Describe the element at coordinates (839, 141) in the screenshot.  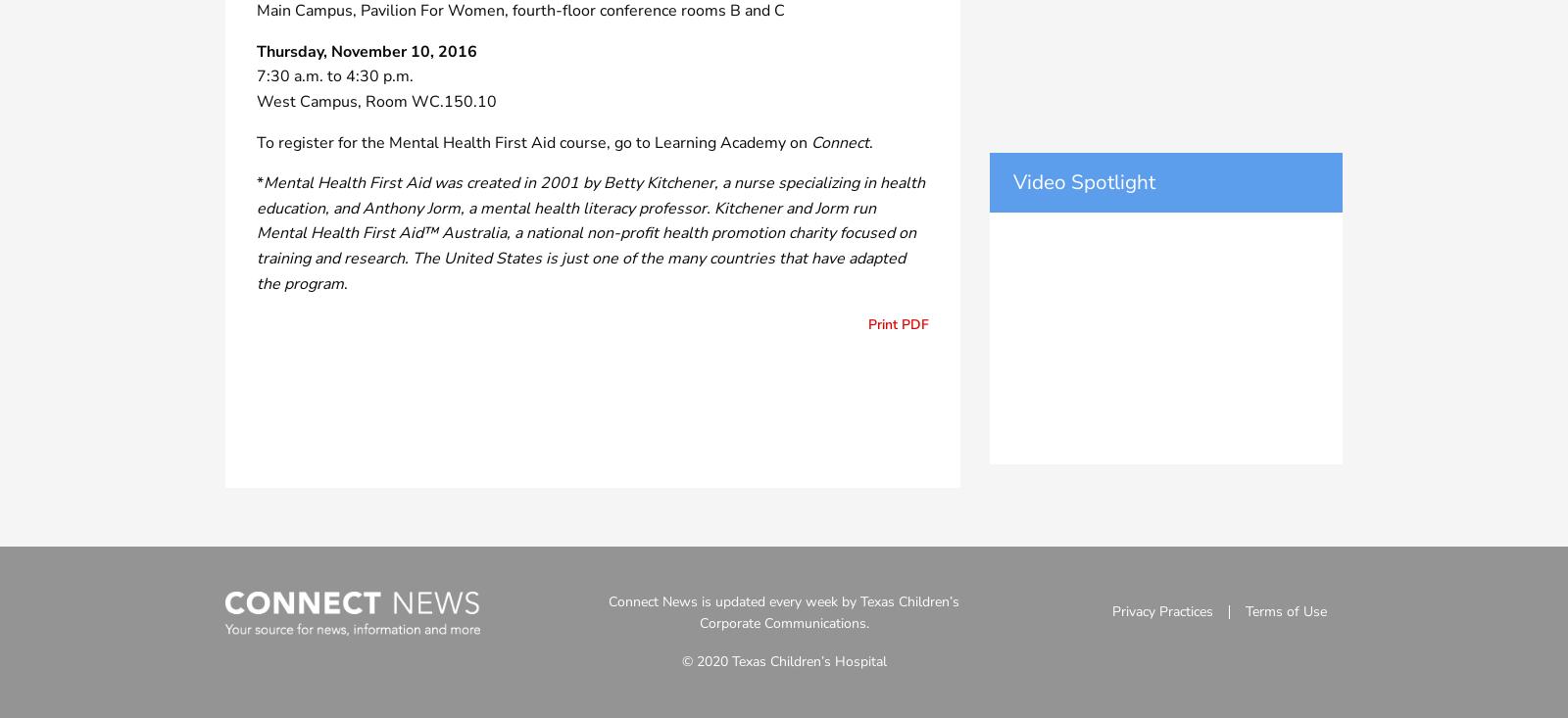
I see `'Connect'` at that location.